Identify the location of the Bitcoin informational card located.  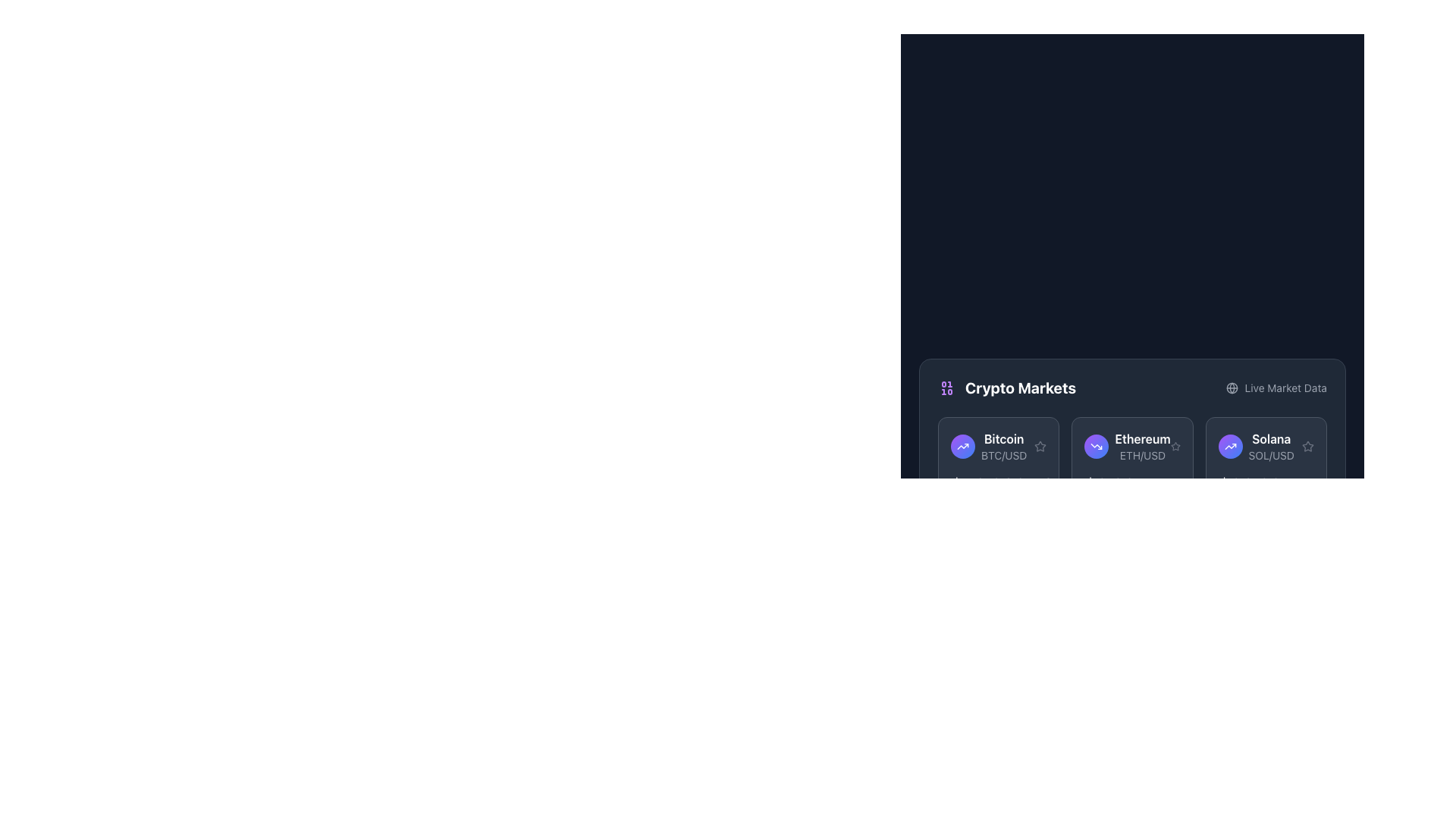
(989, 446).